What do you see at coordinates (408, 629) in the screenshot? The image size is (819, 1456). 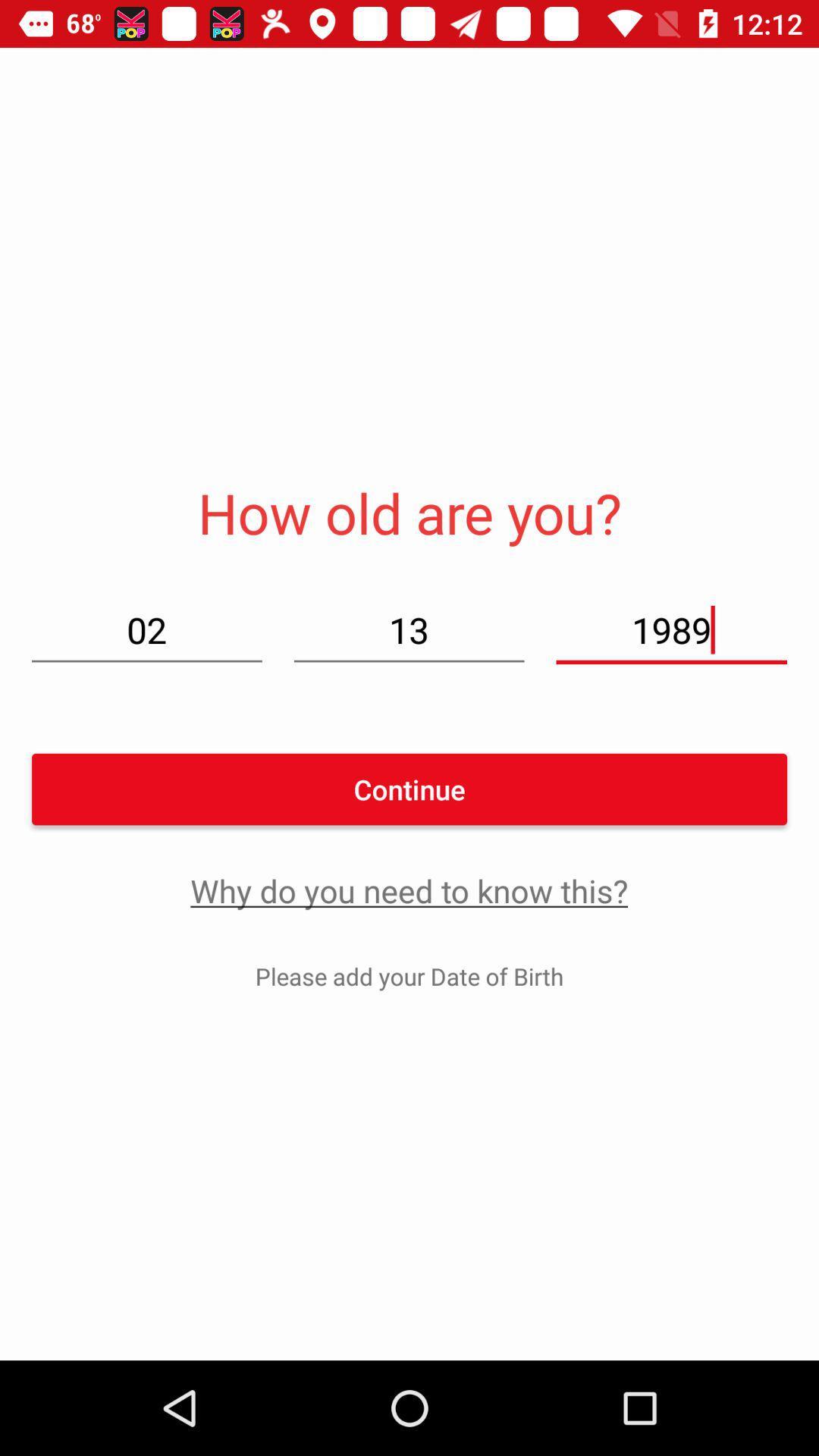 I see `13` at bounding box center [408, 629].